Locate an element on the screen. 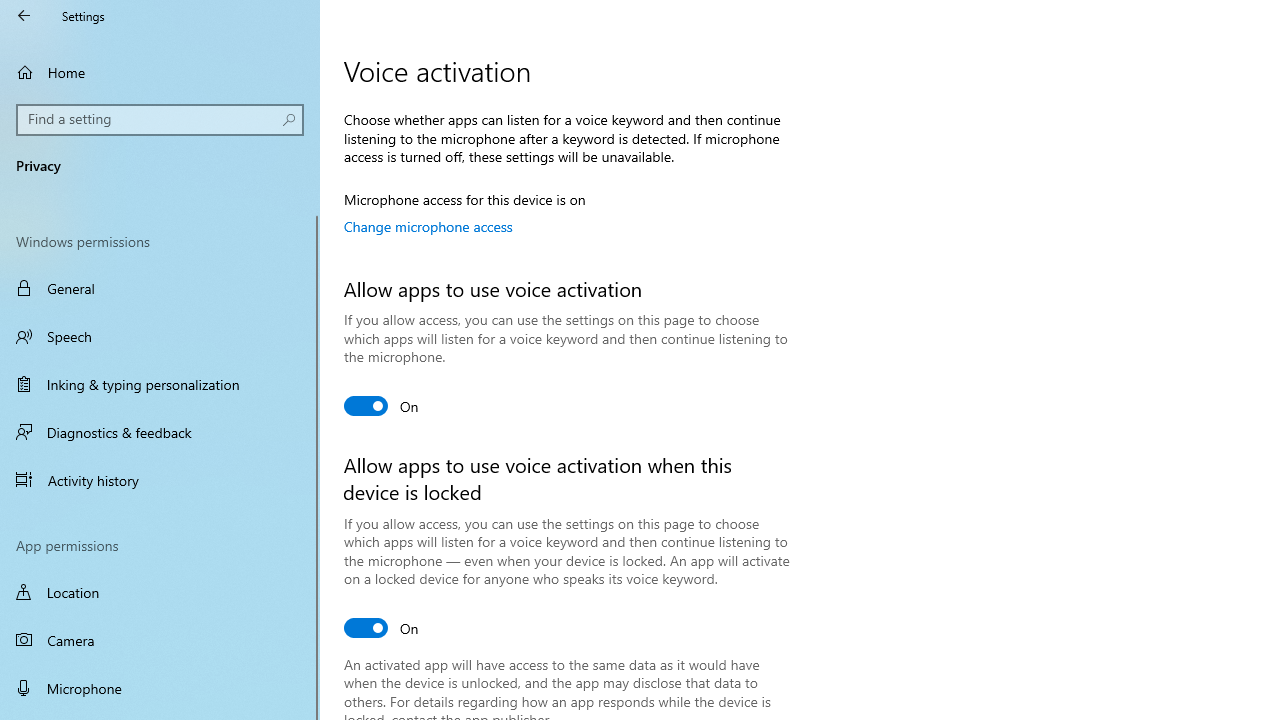 The height and width of the screenshot is (720, 1280). 'Location' is located at coordinates (160, 591).